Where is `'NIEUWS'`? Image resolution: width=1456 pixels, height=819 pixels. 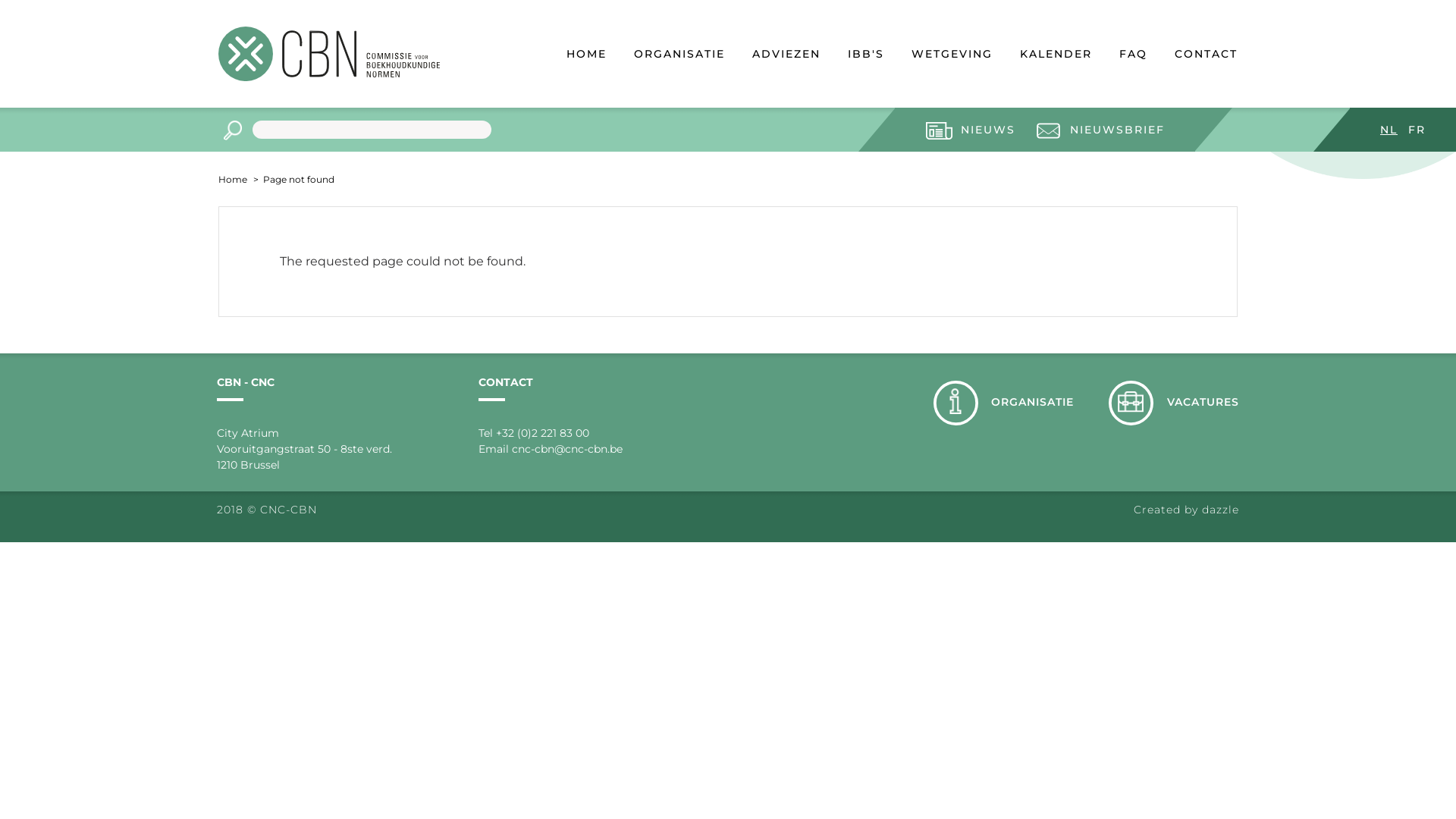
'NIEUWS' is located at coordinates (924, 130).